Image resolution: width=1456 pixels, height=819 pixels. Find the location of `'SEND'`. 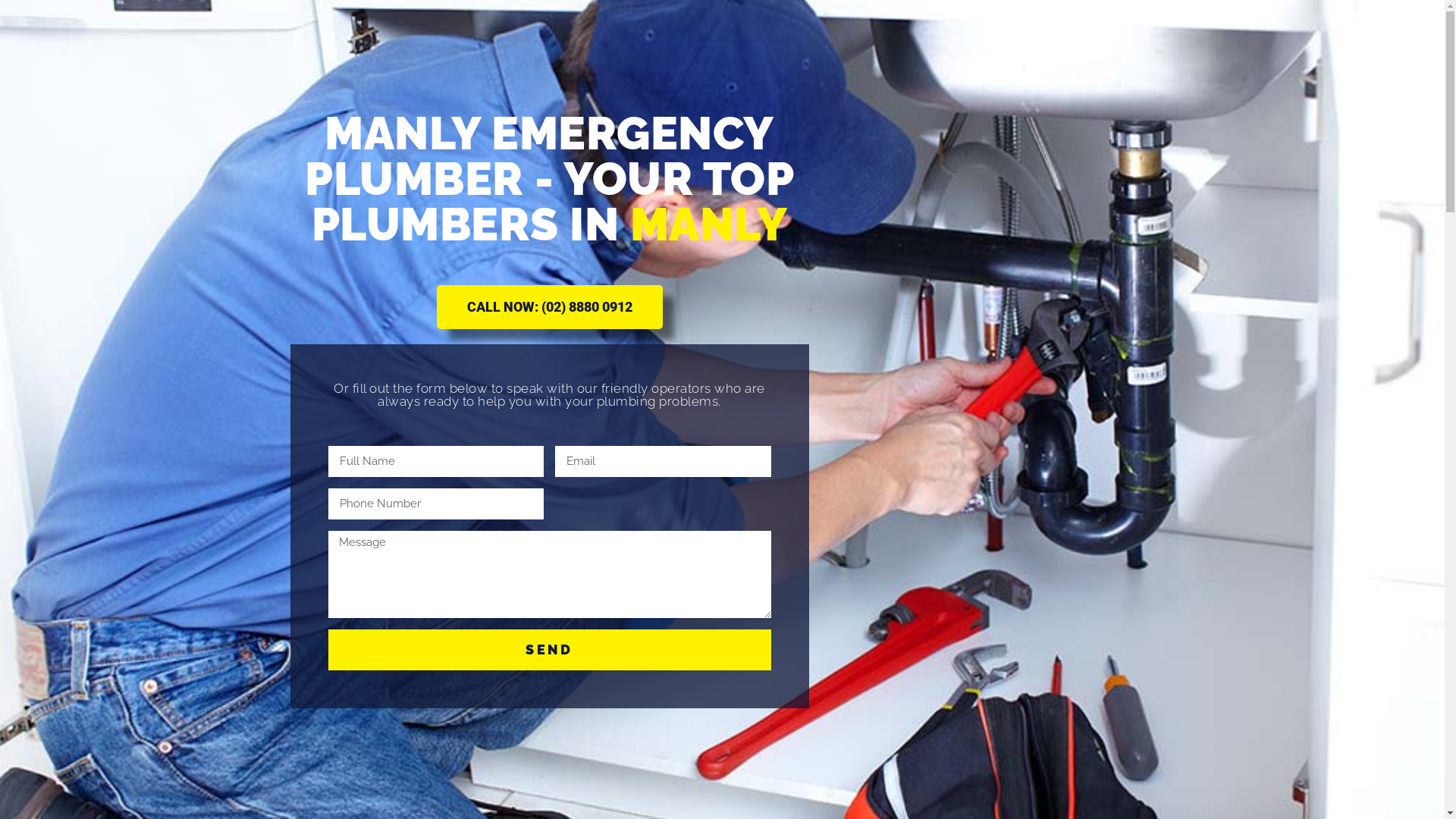

'SEND' is located at coordinates (548, 648).